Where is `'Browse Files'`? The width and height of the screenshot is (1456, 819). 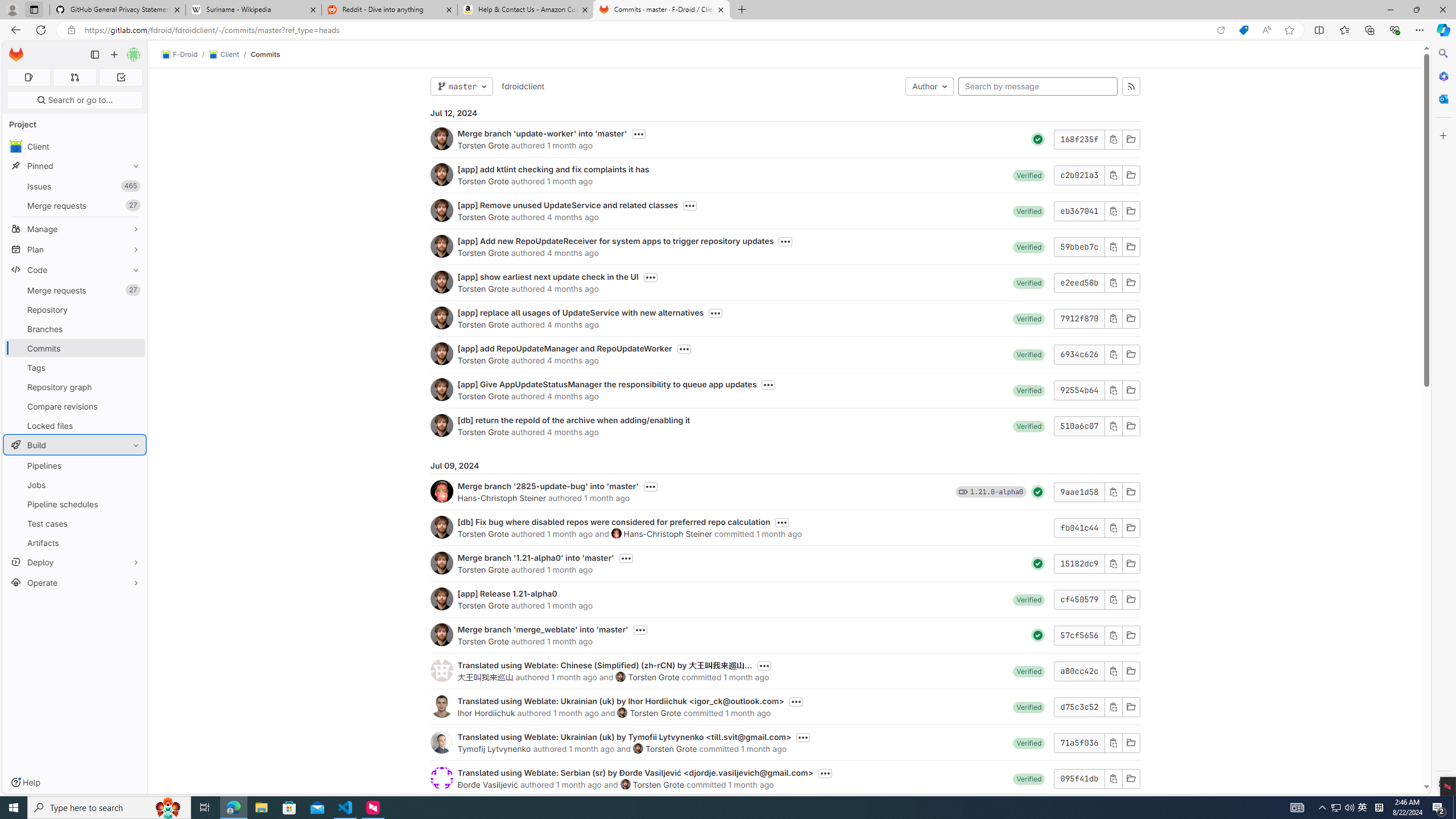 'Browse Files' is located at coordinates (1130, 777).